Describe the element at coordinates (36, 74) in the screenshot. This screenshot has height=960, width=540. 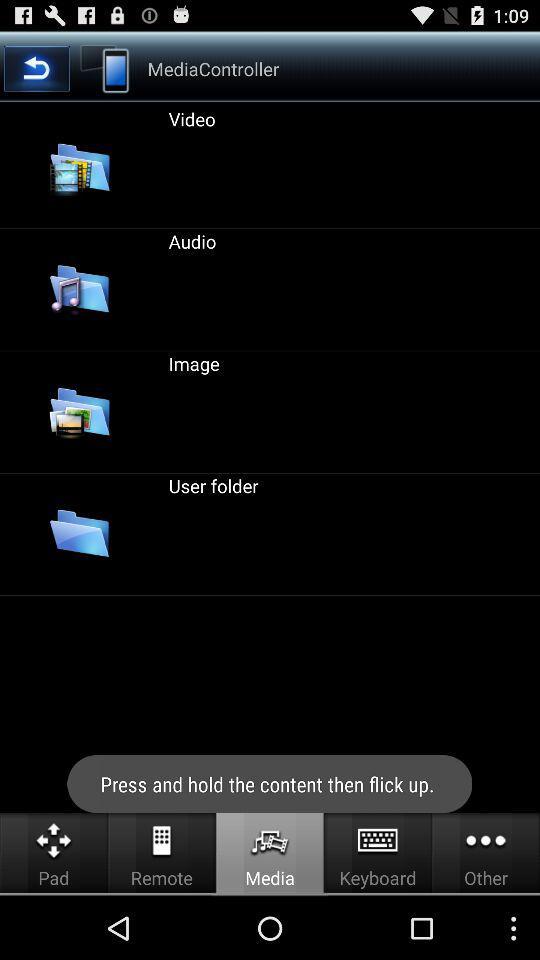
I see `the undo icon` at that location.